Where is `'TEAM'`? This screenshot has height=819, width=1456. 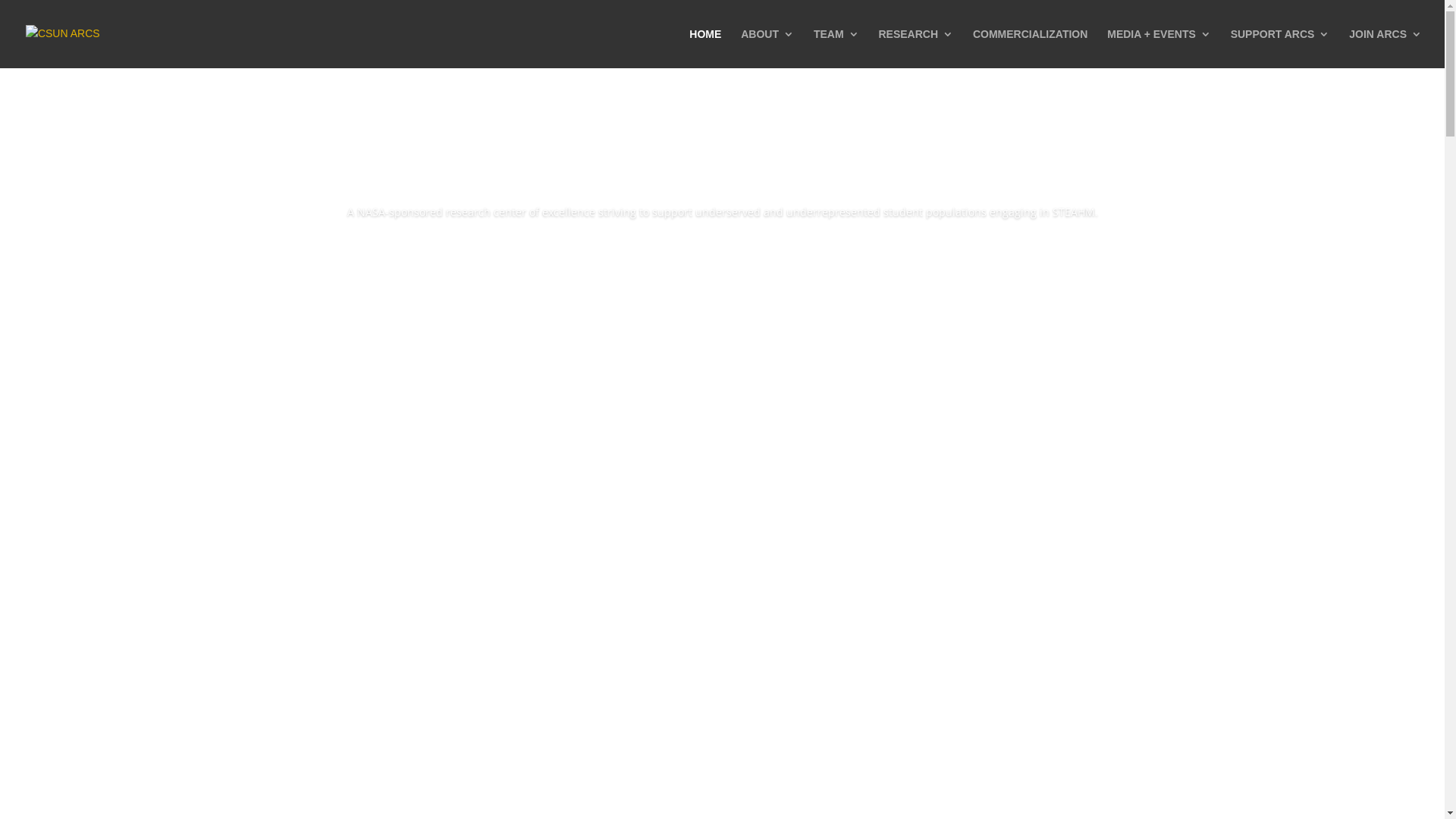
'TEAM' is located at coordinates (836, 48).